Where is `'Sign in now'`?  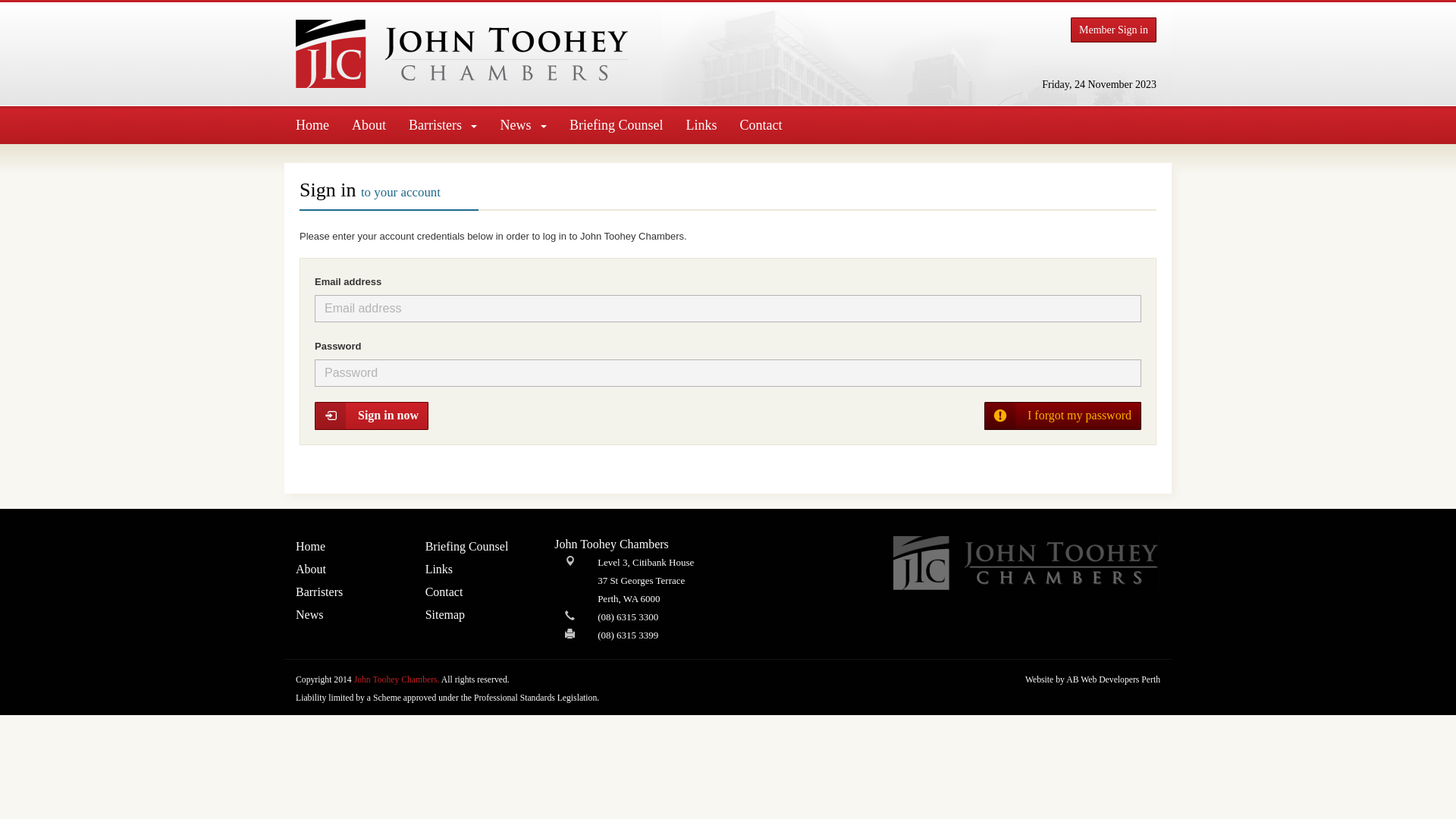 'Sign in now' is located at coordinates (371, 416).